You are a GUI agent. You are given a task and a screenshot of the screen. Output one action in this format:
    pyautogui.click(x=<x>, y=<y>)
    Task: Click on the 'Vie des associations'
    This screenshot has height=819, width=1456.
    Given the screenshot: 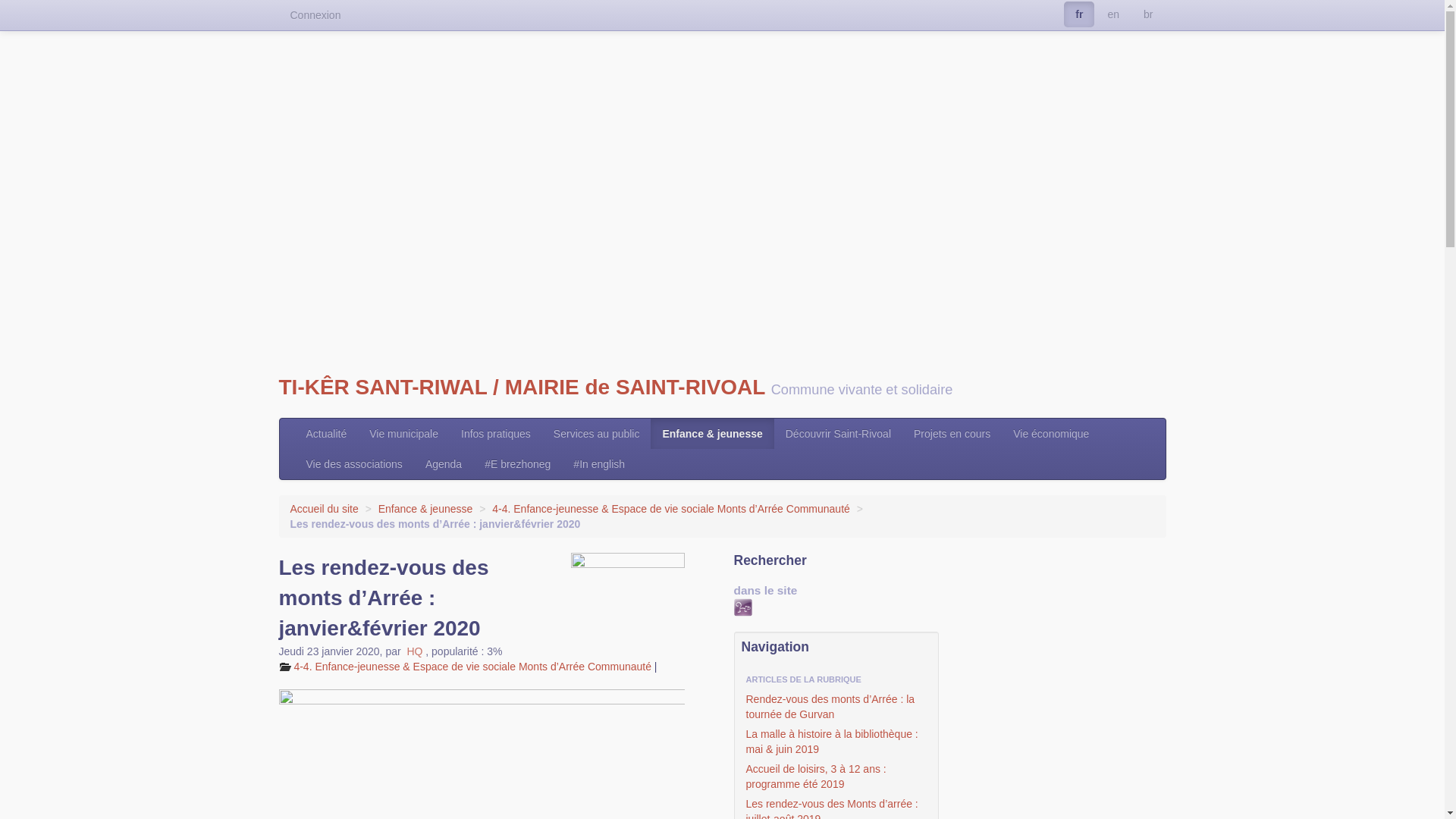 What is the action you would take?
    pyautogui.click(x=353, y=463)
    